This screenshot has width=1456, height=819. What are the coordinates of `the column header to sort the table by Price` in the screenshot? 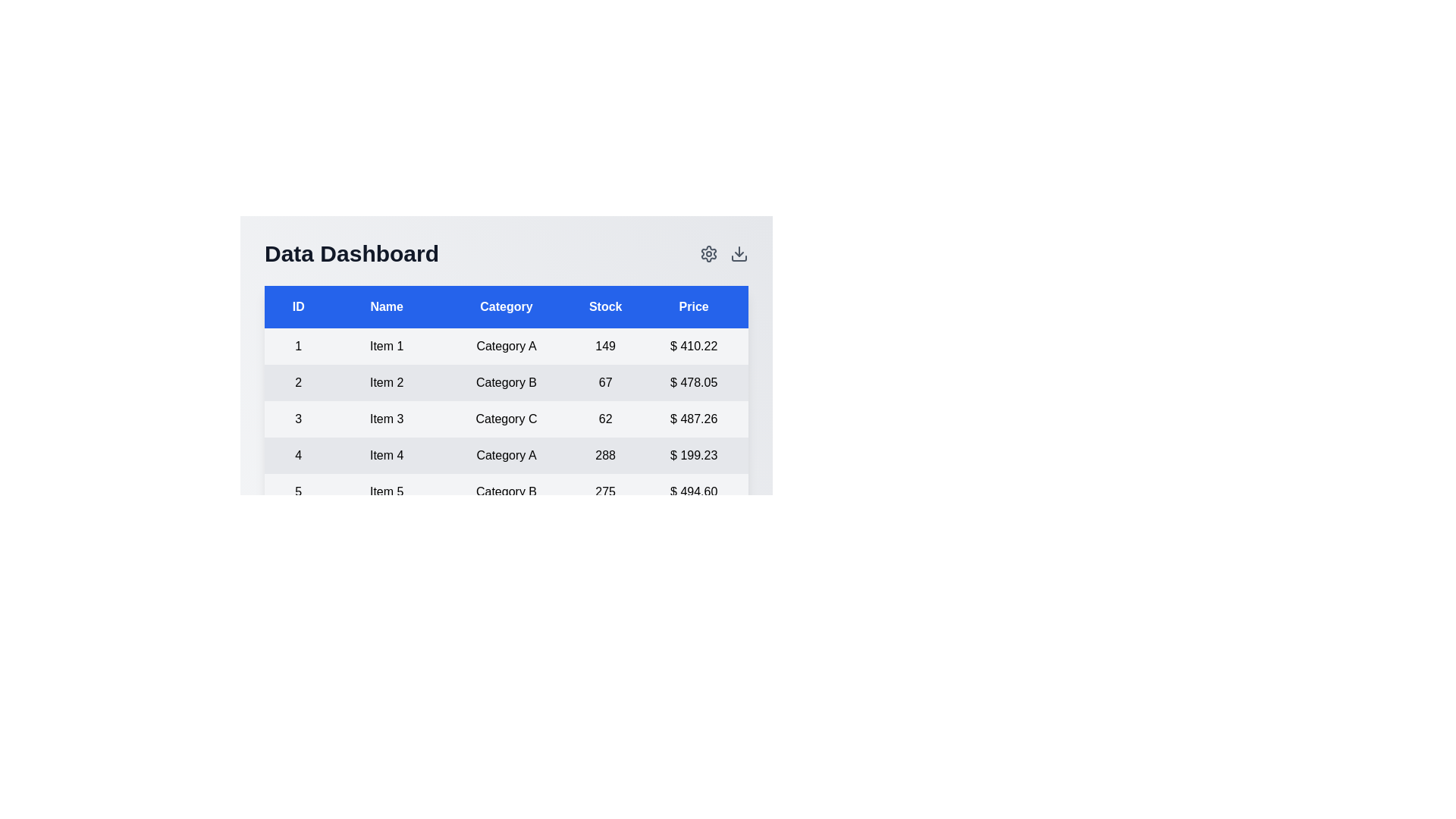 It's located at (693, 307).